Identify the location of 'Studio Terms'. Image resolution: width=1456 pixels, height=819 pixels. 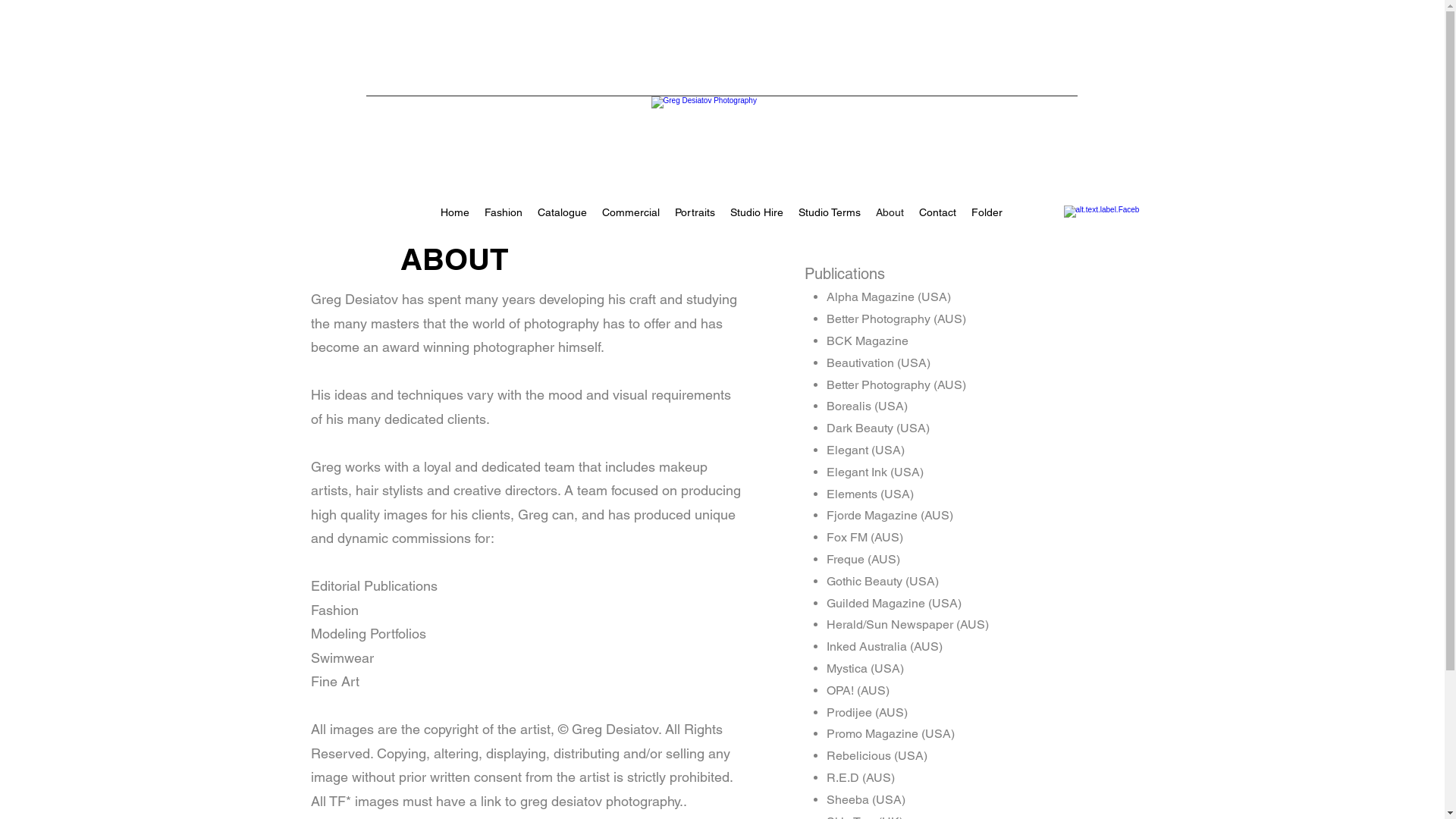
(829, 212).